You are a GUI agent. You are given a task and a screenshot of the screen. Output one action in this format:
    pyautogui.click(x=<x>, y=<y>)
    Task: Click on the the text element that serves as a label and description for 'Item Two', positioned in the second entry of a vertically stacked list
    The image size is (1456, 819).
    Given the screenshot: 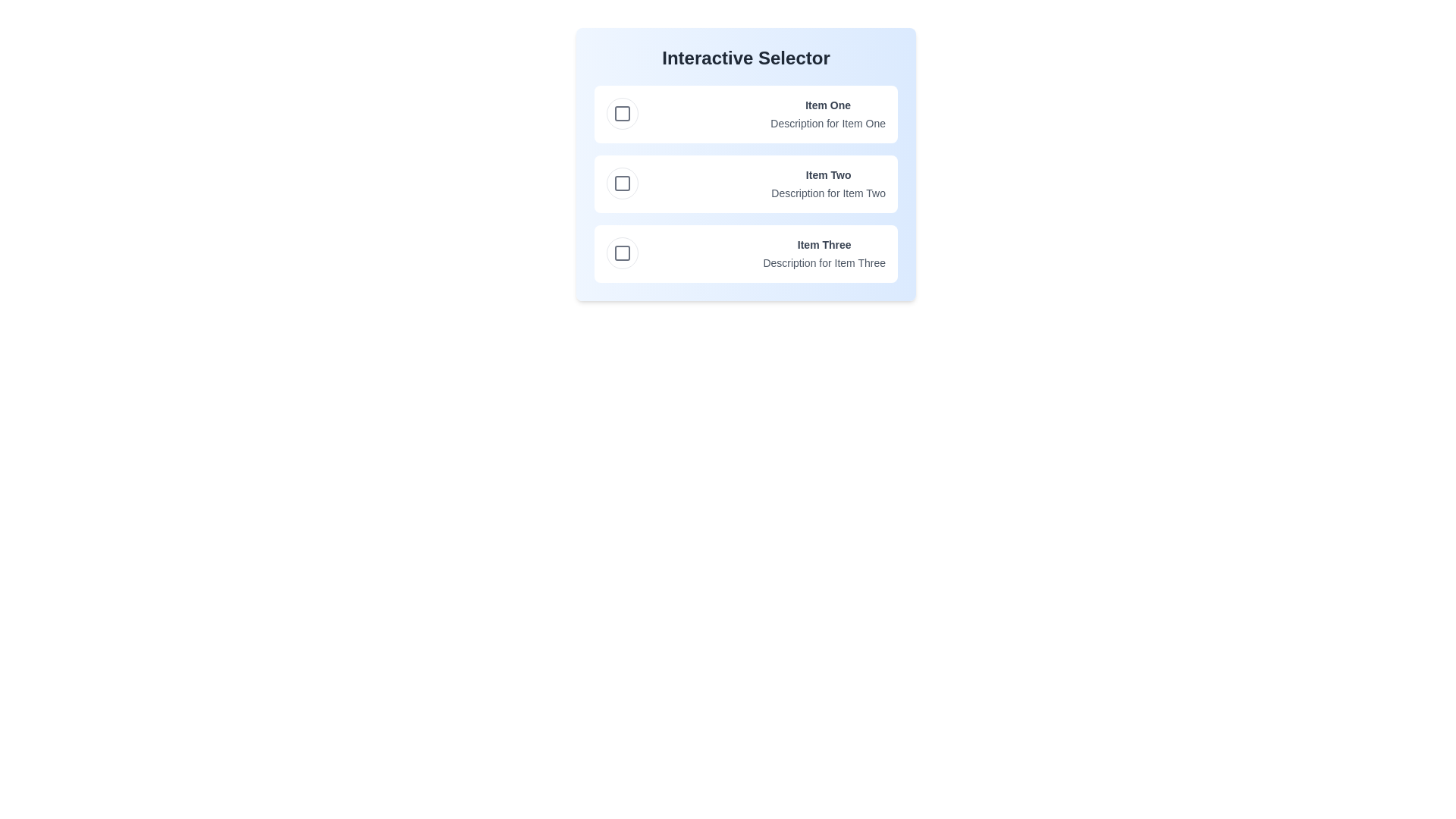 What is the action you would take?
    pyautogui.click(x=827, y=184)
    